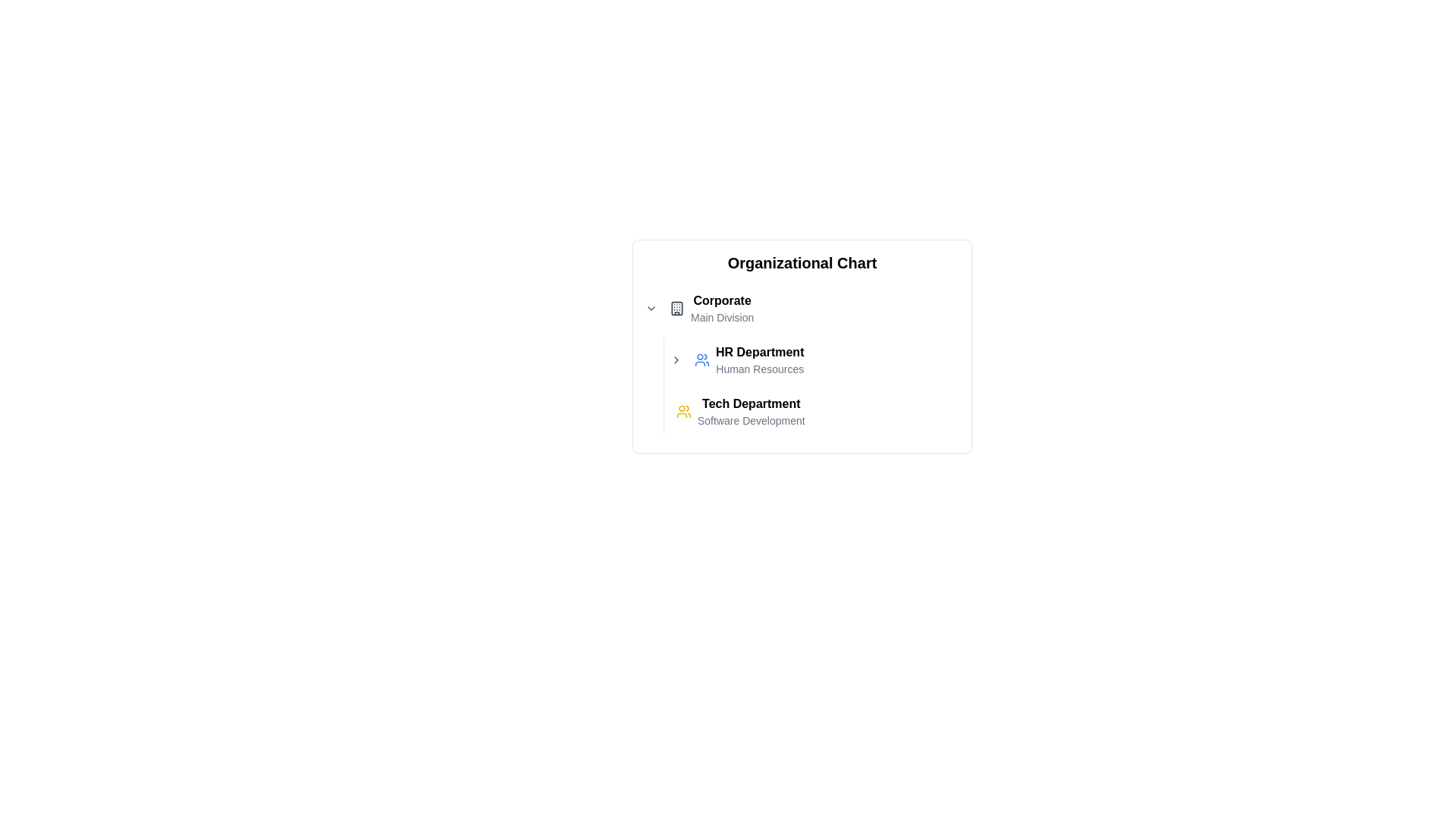 This screenshot has width=1456, height=819. I want to click on the bold text label 'HR Department', so click(760, 353).